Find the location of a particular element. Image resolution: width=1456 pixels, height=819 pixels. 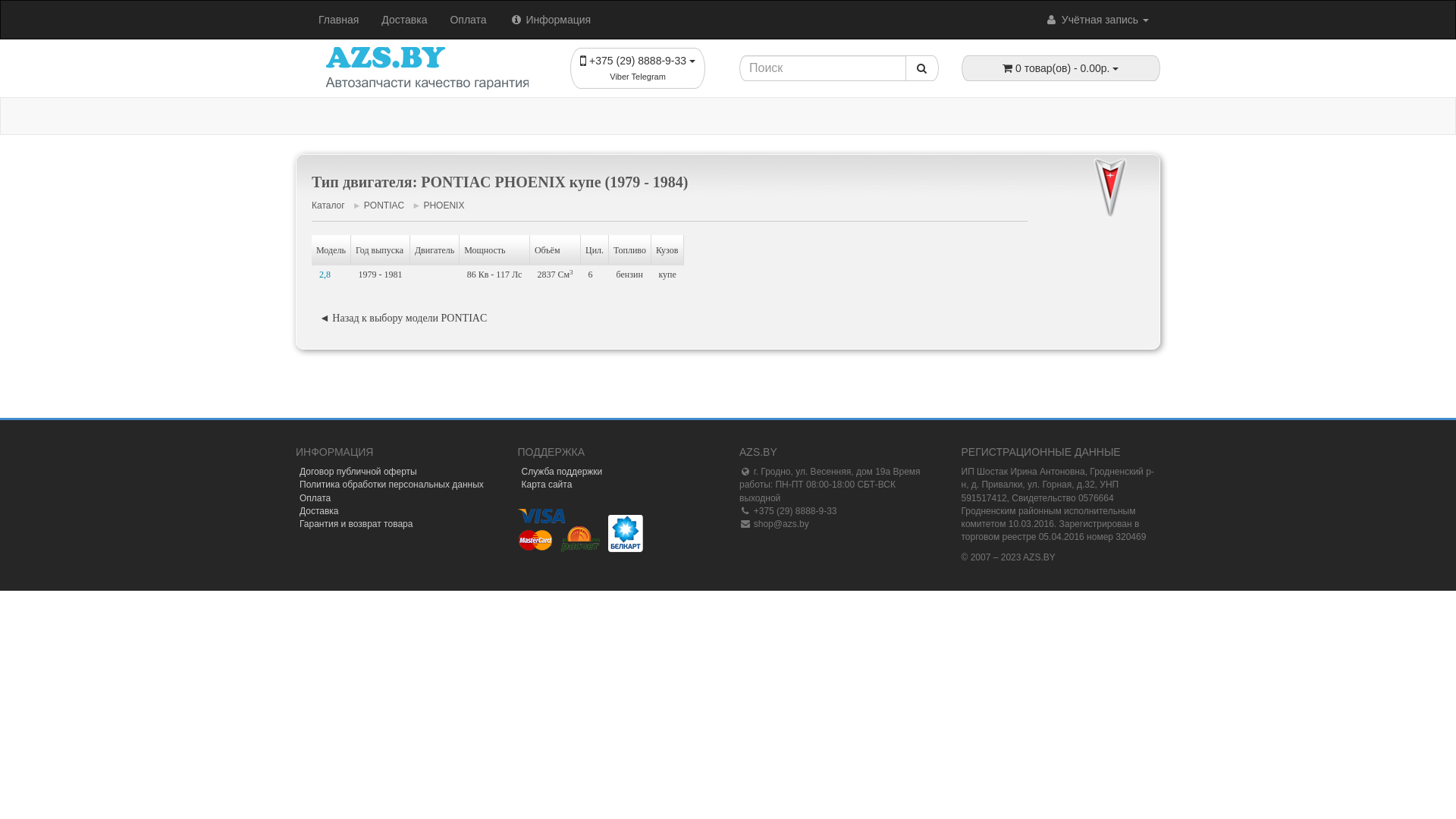

'AZS.BY' is located at coordinates (426, 67).